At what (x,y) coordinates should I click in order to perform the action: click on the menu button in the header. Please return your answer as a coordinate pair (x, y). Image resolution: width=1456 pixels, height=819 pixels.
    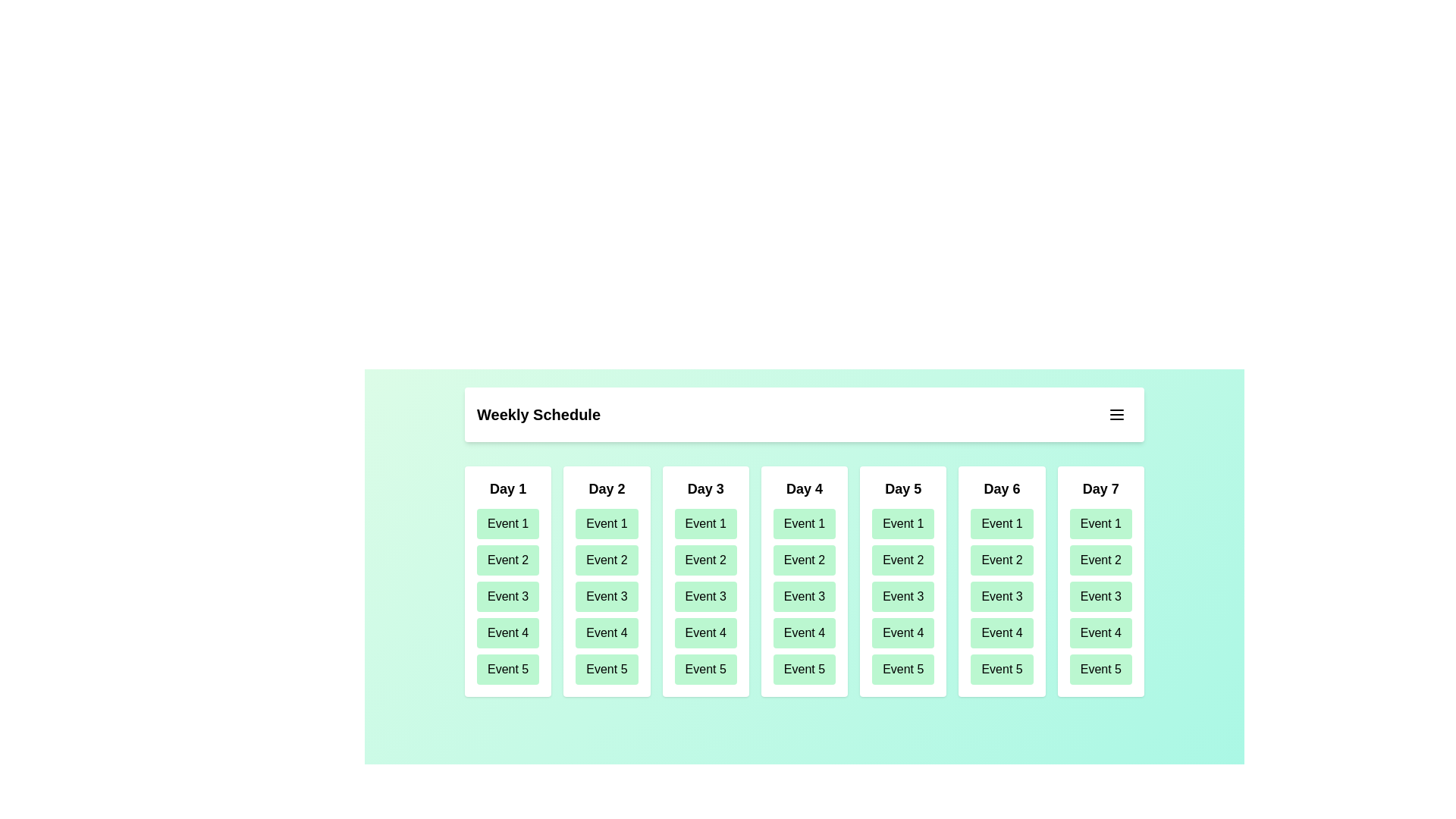
    Looking at the image, I should click on (1117, 415).